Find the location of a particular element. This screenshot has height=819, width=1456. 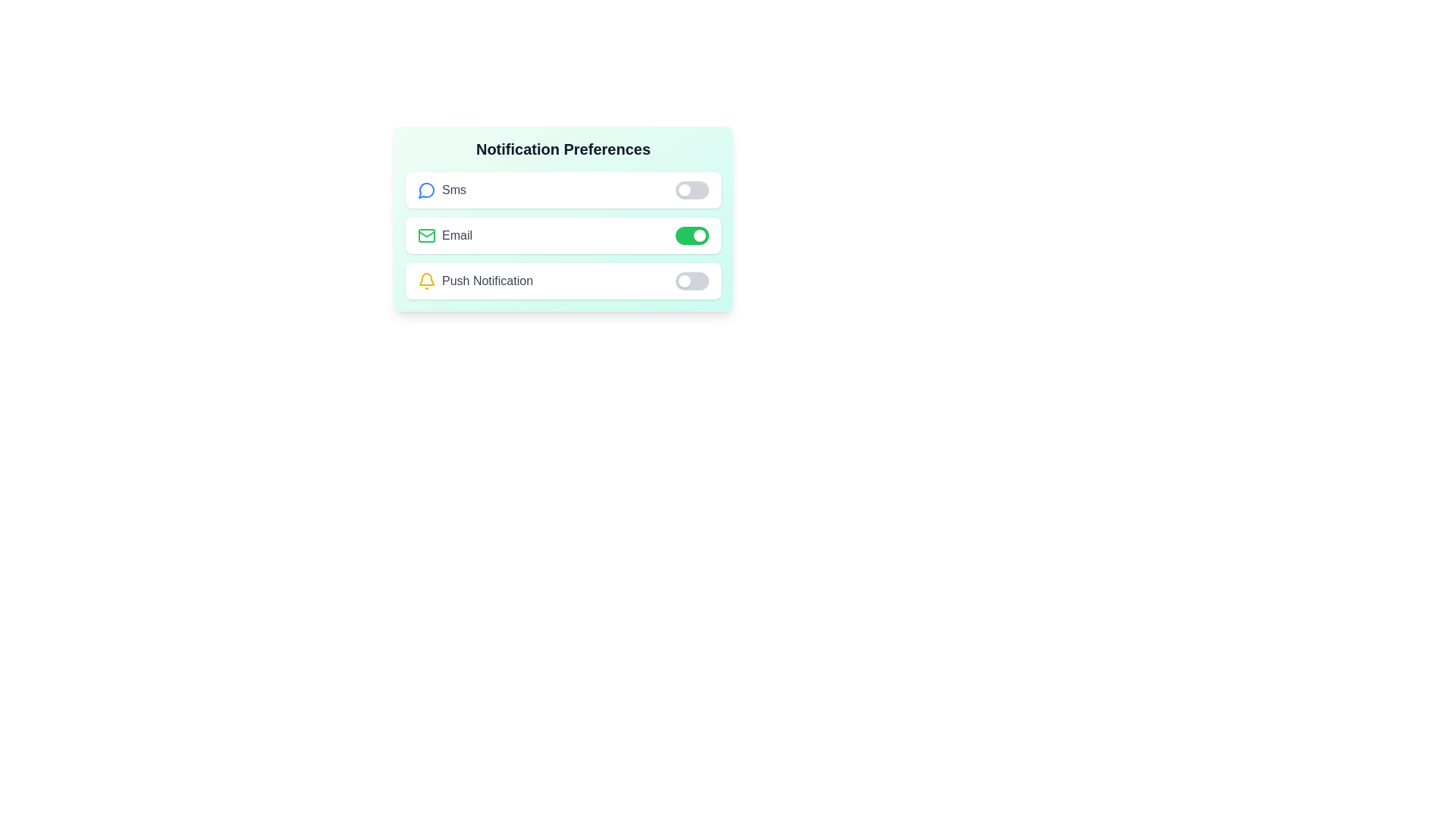

the stylized speech bubble icon that resembles a notification symbol, located near the 'Sms' label in the UI is located at coordinates (425, 190).